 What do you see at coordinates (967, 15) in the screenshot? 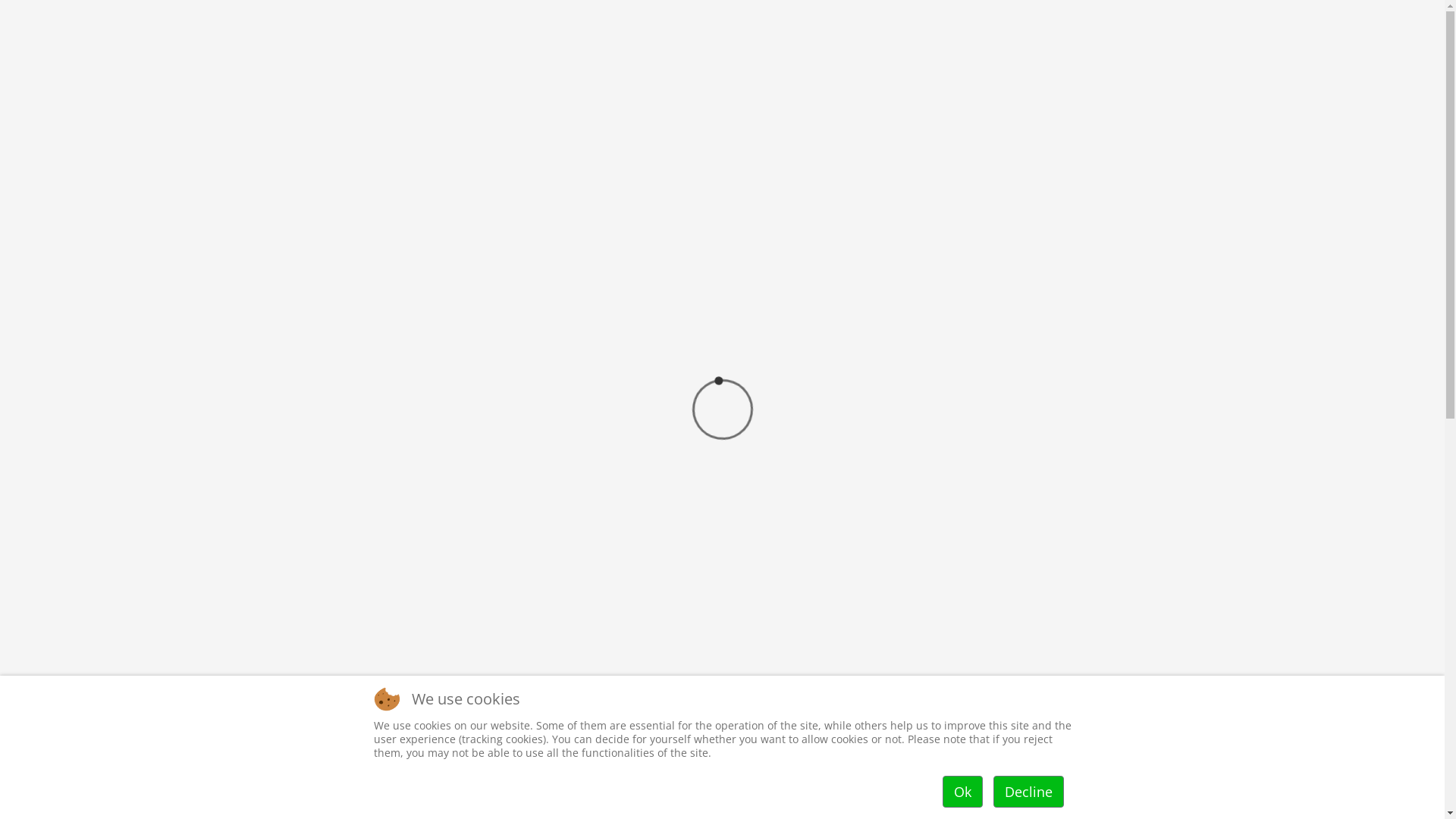
I see `'8(017) 396-36-25'` at bounding box center [967, 15].